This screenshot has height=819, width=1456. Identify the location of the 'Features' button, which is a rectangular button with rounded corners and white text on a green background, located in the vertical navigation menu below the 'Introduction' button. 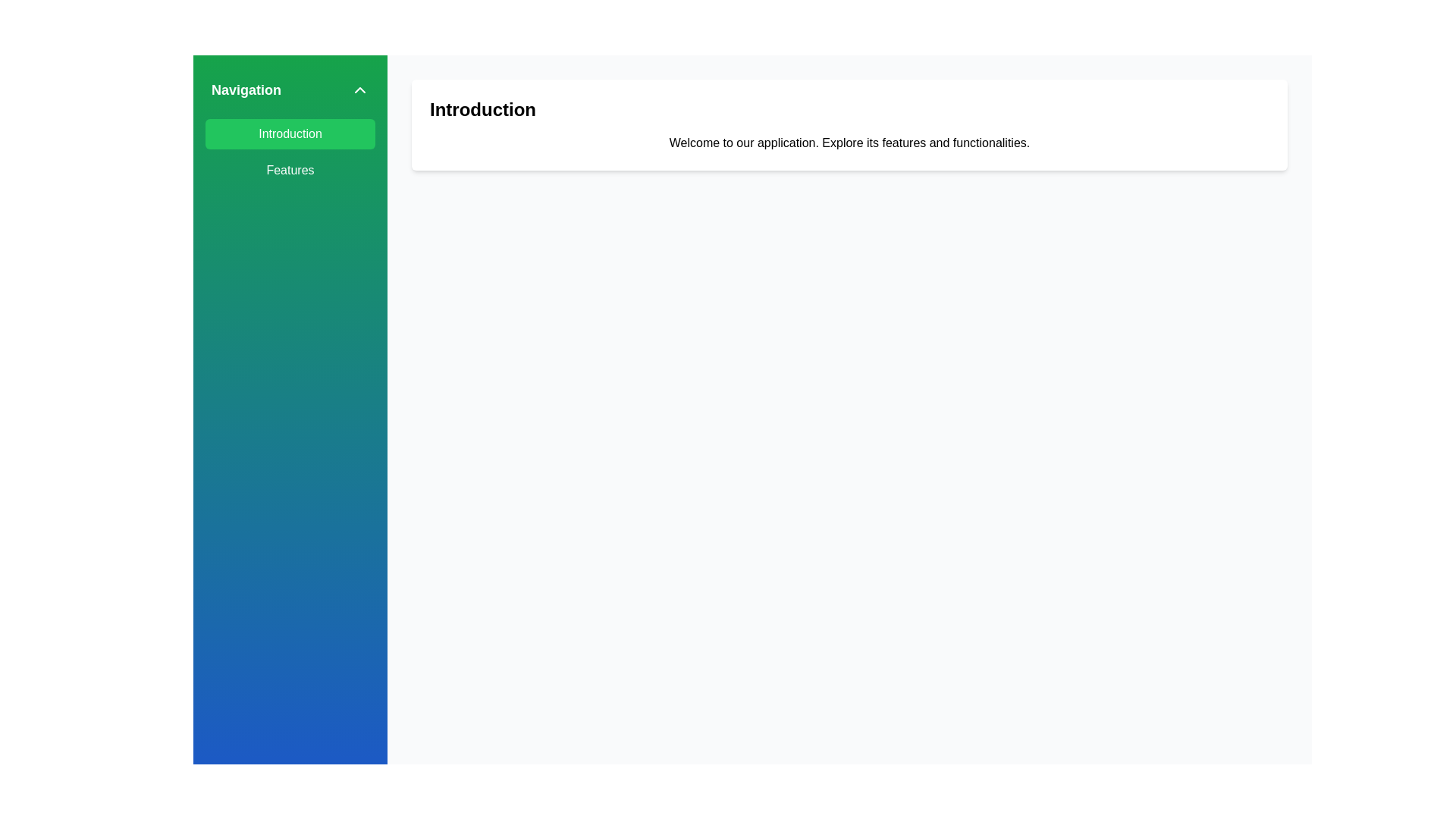
(290, 170).